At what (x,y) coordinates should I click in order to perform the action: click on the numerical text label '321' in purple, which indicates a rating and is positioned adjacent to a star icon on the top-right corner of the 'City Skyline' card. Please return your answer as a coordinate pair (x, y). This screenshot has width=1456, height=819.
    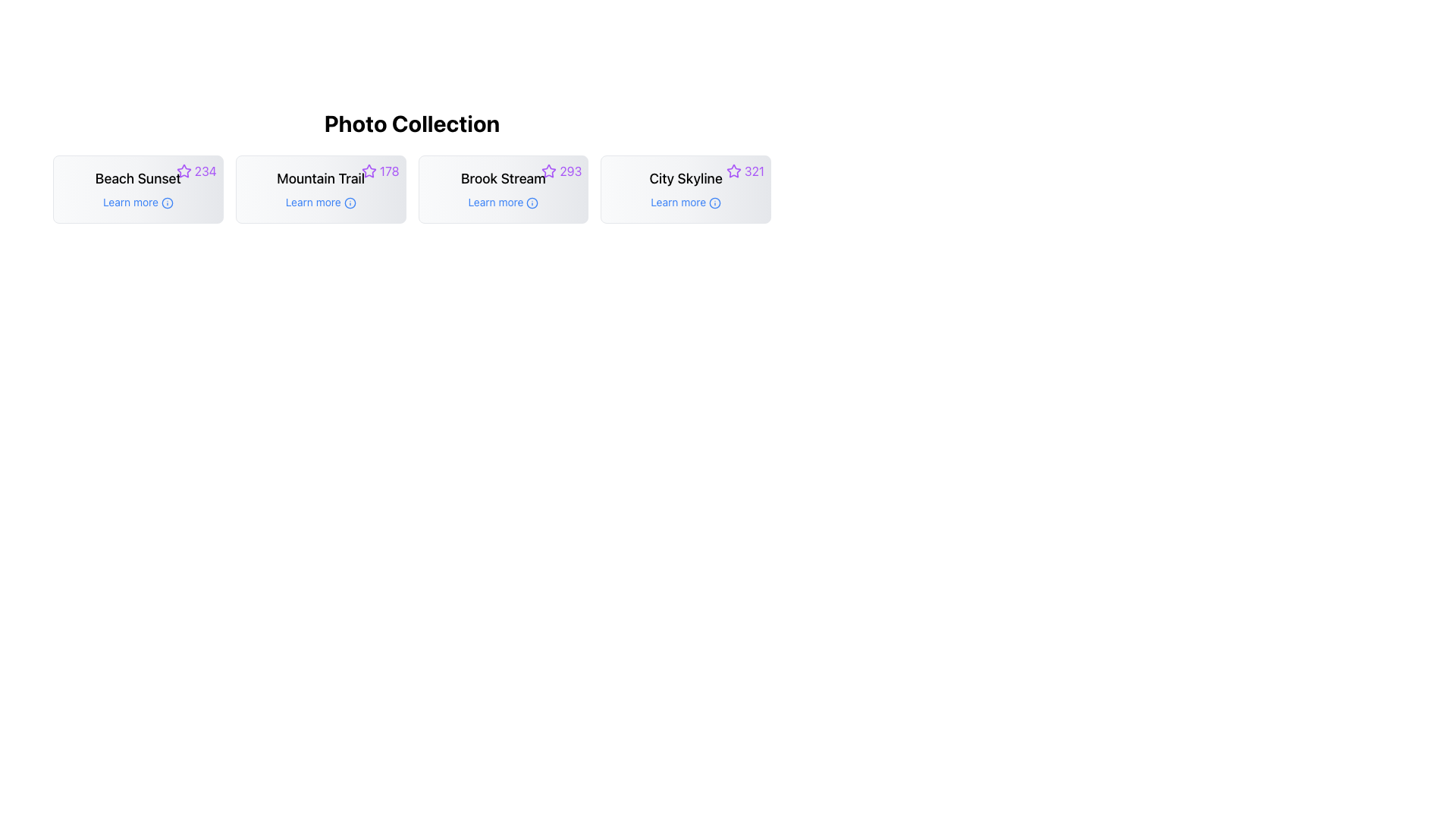
    Looking at the image, I should click on (754, 171).